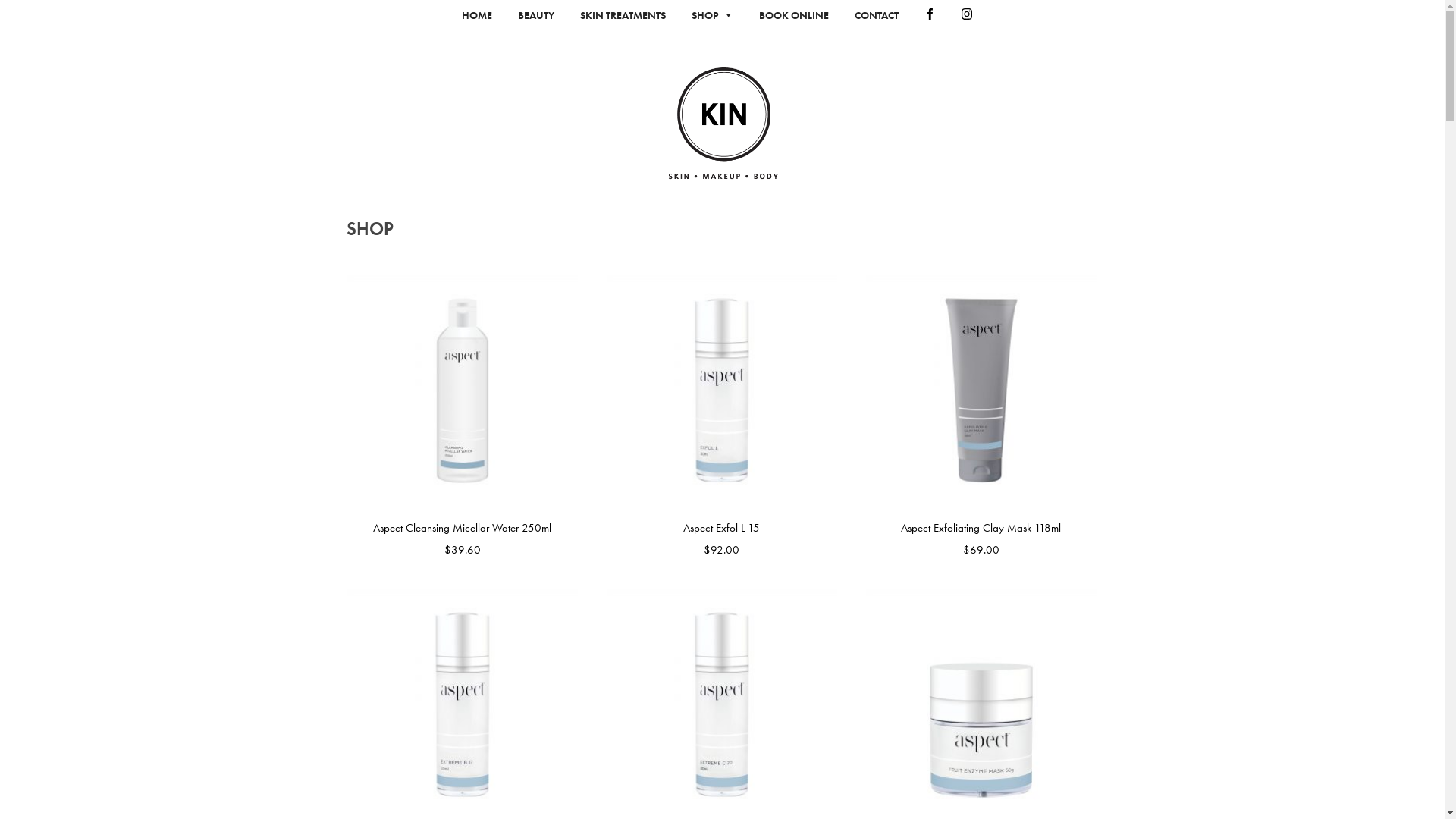 This screenshot has height=819, width=1456. I want to click on 'Aspect Cleansing Micellar Water 250ml, so click(461, 417).